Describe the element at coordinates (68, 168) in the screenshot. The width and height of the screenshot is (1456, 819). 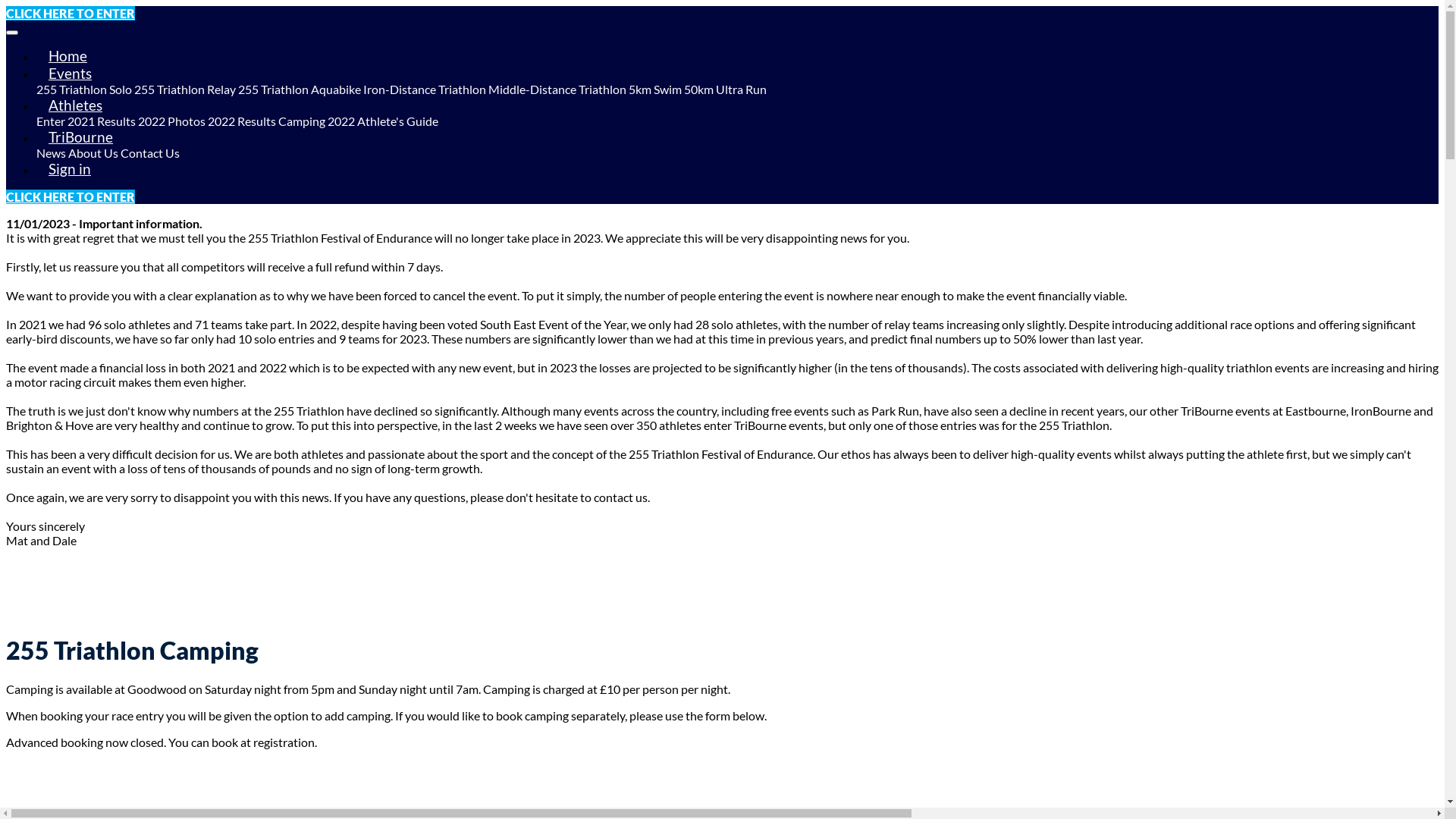
I see `'Sign in'` at that location.